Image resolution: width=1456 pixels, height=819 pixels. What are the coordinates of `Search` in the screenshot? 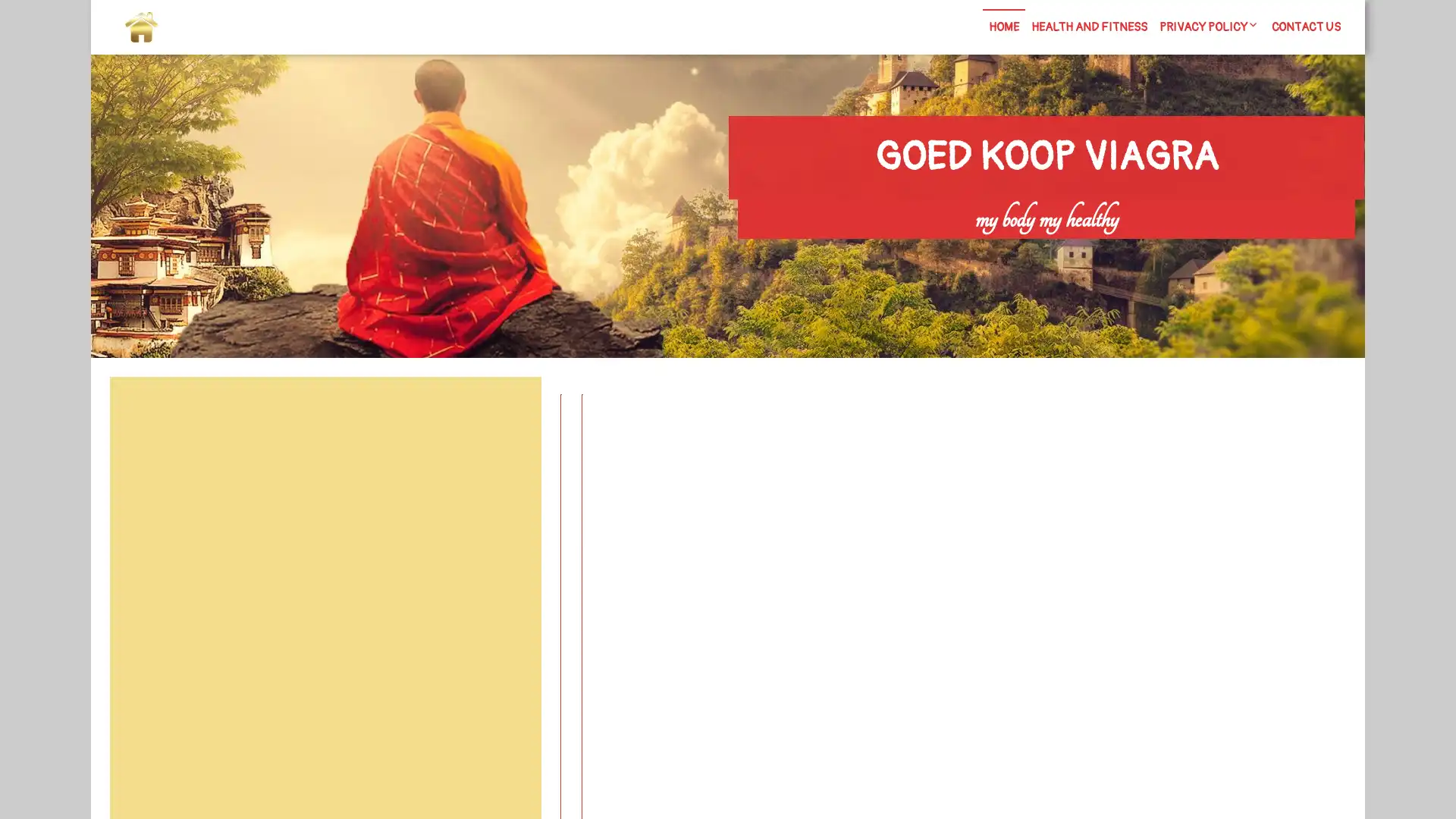 It's located at (506, 413).